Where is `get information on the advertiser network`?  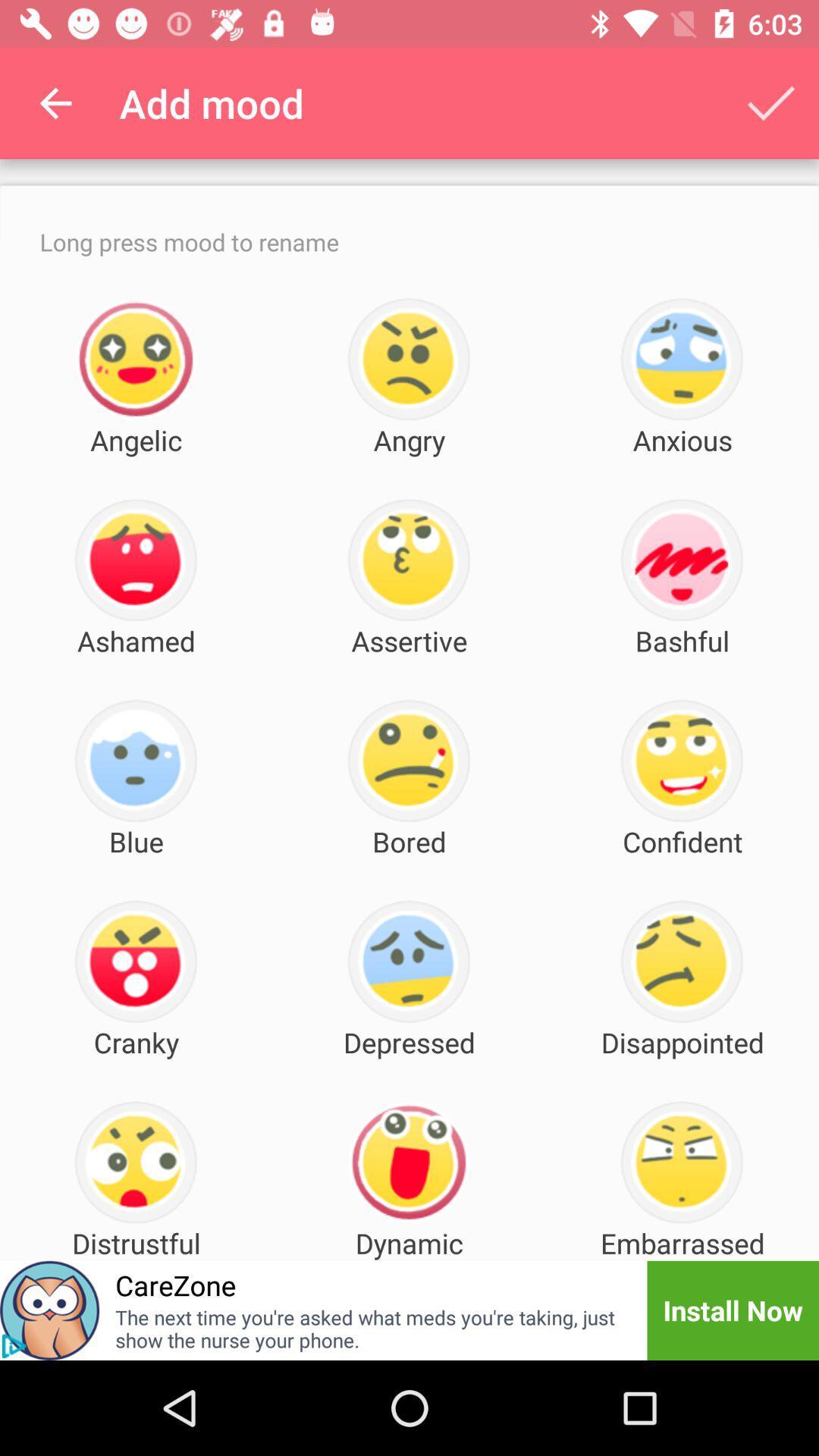
get information on the advertiser network is located at coordinates (14, 1346).